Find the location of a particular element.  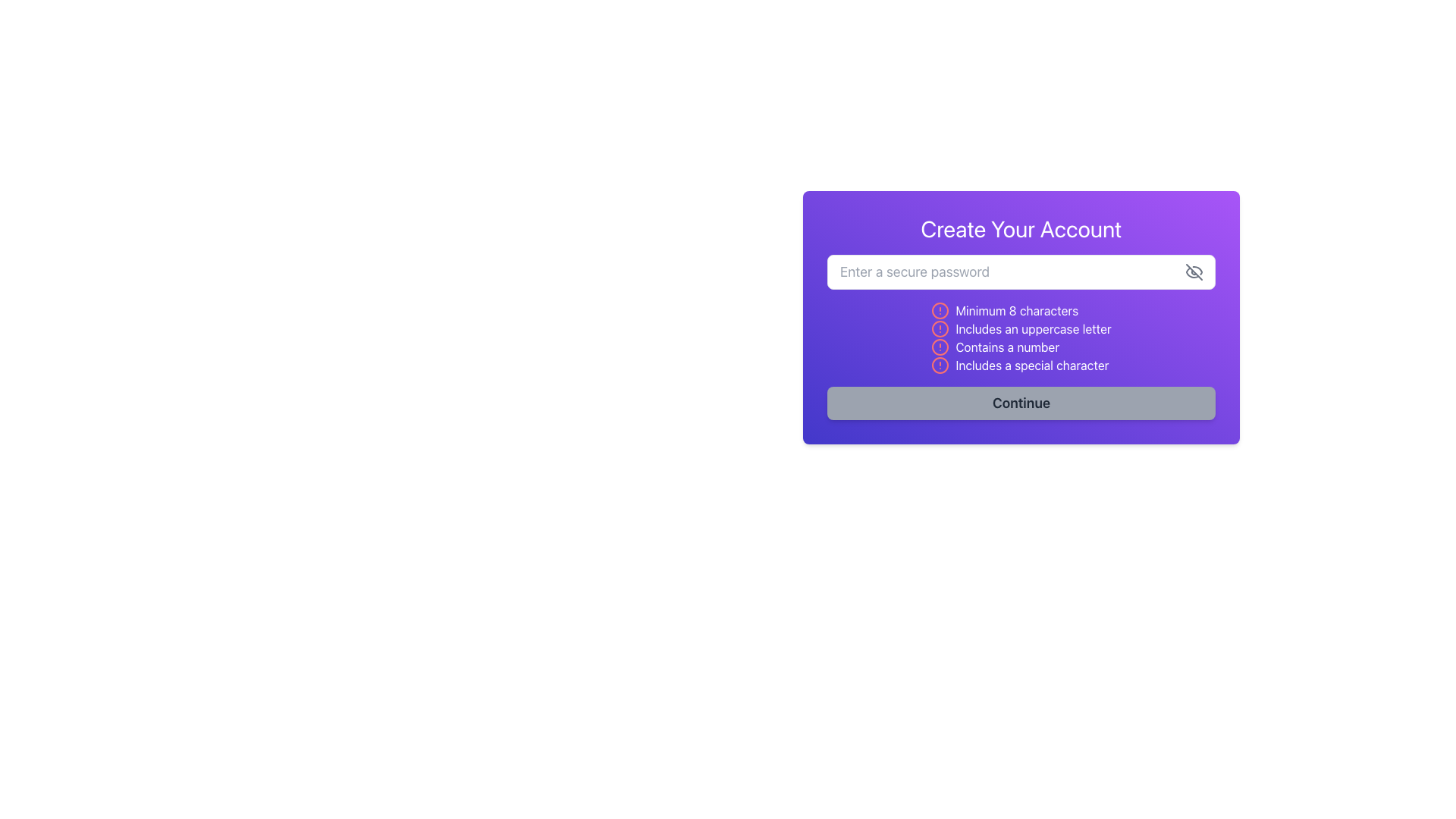

the button located at the right end of the password input field is located at coordinates (1193, 271).